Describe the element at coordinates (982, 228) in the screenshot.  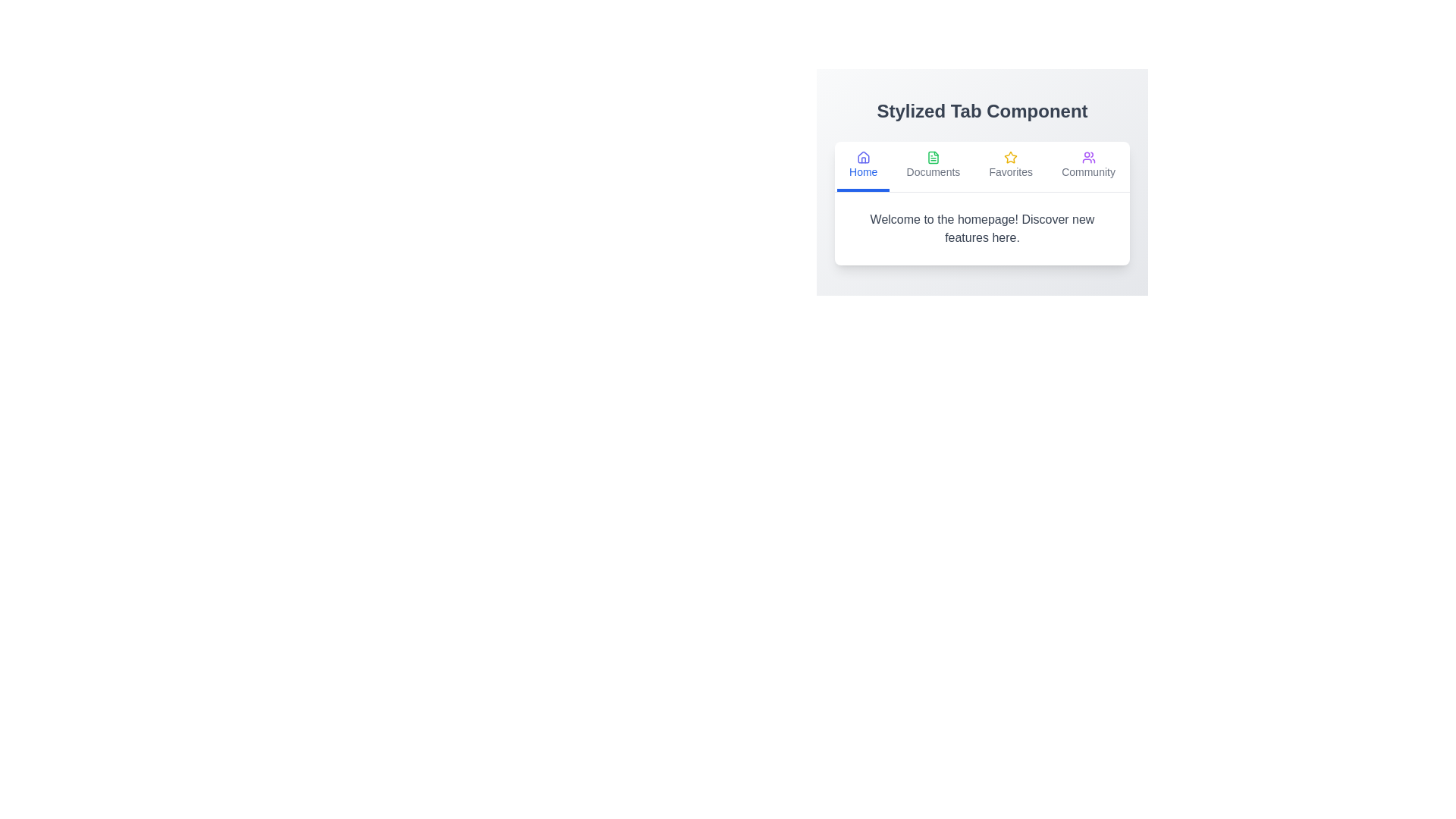
I see `the welcoming introductory text element located below the navigation header on the homepage, which provides a brief message about discovering new features` at that location.